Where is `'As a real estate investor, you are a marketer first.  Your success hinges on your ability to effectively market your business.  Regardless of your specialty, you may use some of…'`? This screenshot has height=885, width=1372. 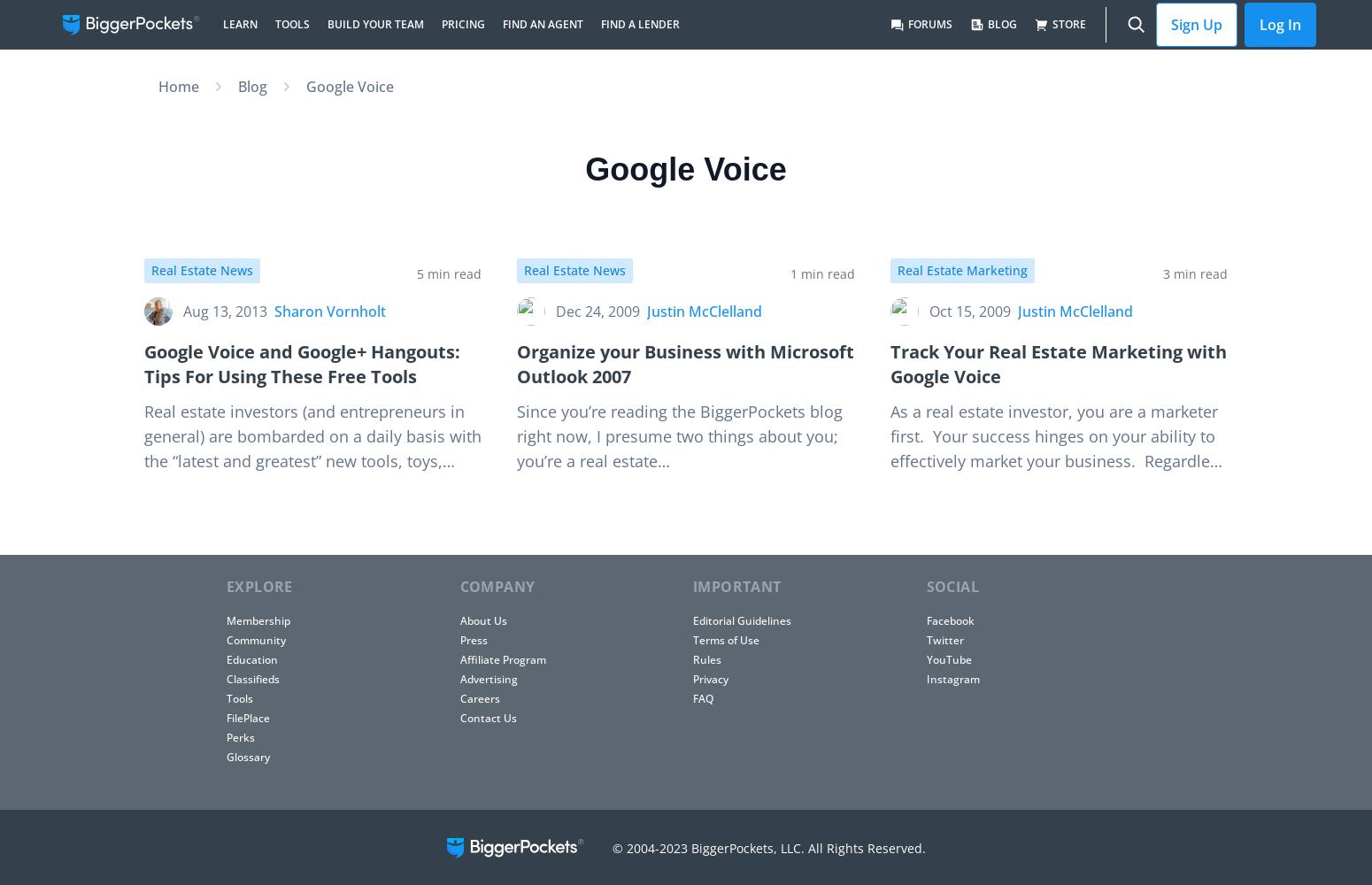 'As a real estate investor, you are a marketer first.  Your success hinges on your ability to effectively market your business.  Regardless of your specialty, you may use some of…' is located at coordinates (1057, 449).